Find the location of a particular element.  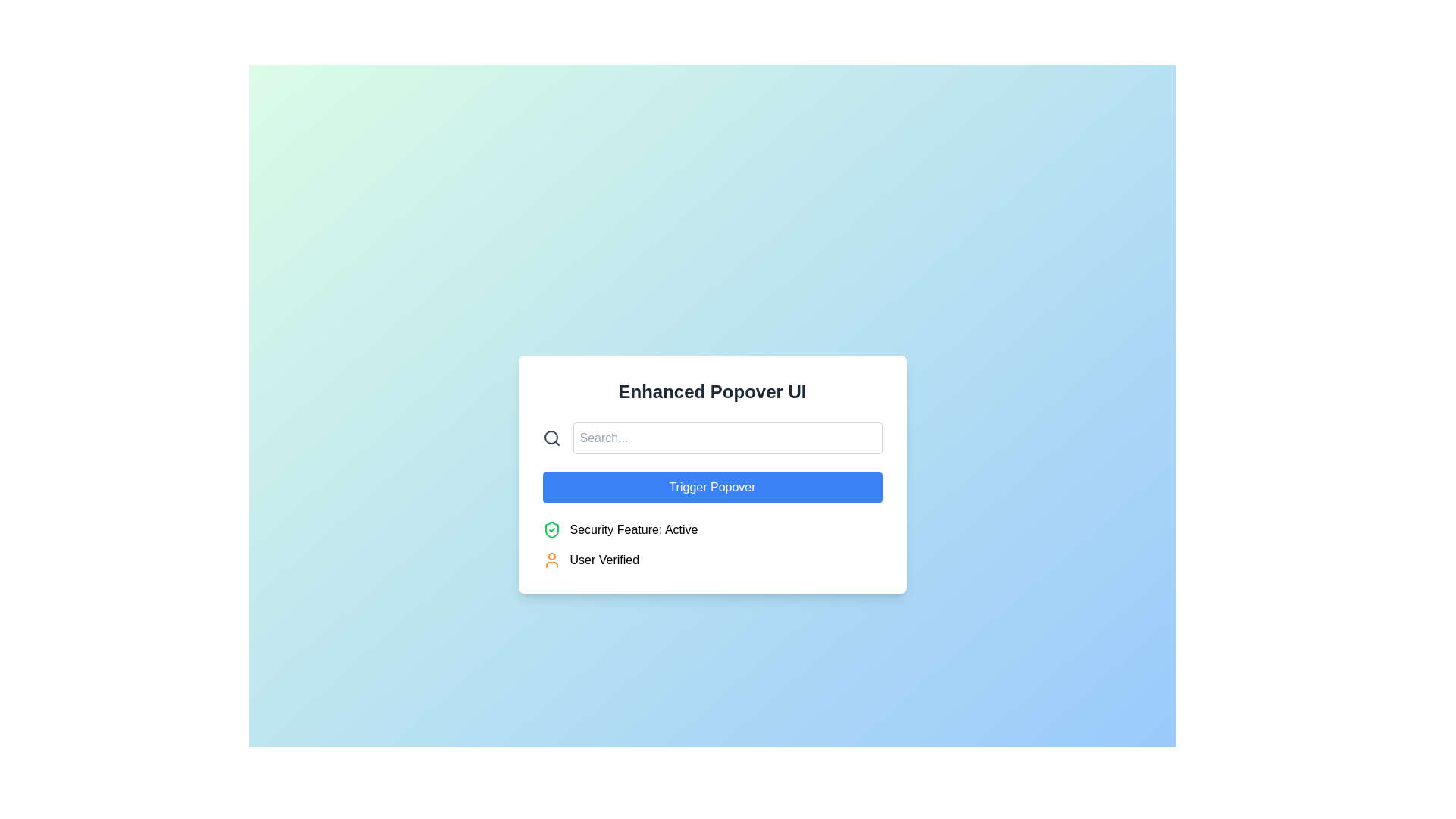

the circular lens part of the magnifying glass icon located at the top-left corner of the search area is located at coordinates (550, 438).